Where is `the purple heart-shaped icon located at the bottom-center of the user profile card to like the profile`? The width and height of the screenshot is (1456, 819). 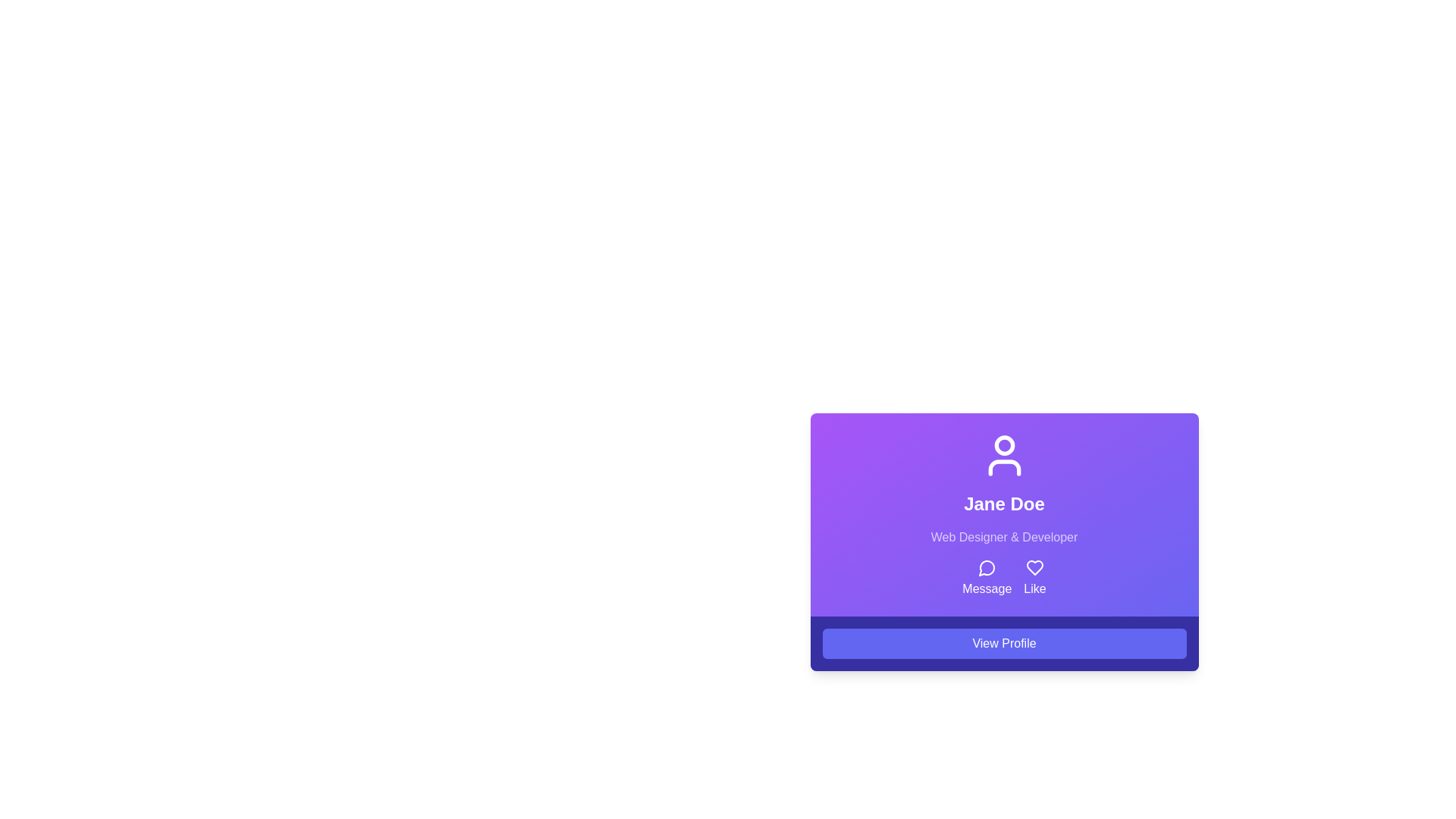 the purple heart-shaped icon located at the bottom-center of the user profile card to like the profile is located at coordinates (1034, 567).